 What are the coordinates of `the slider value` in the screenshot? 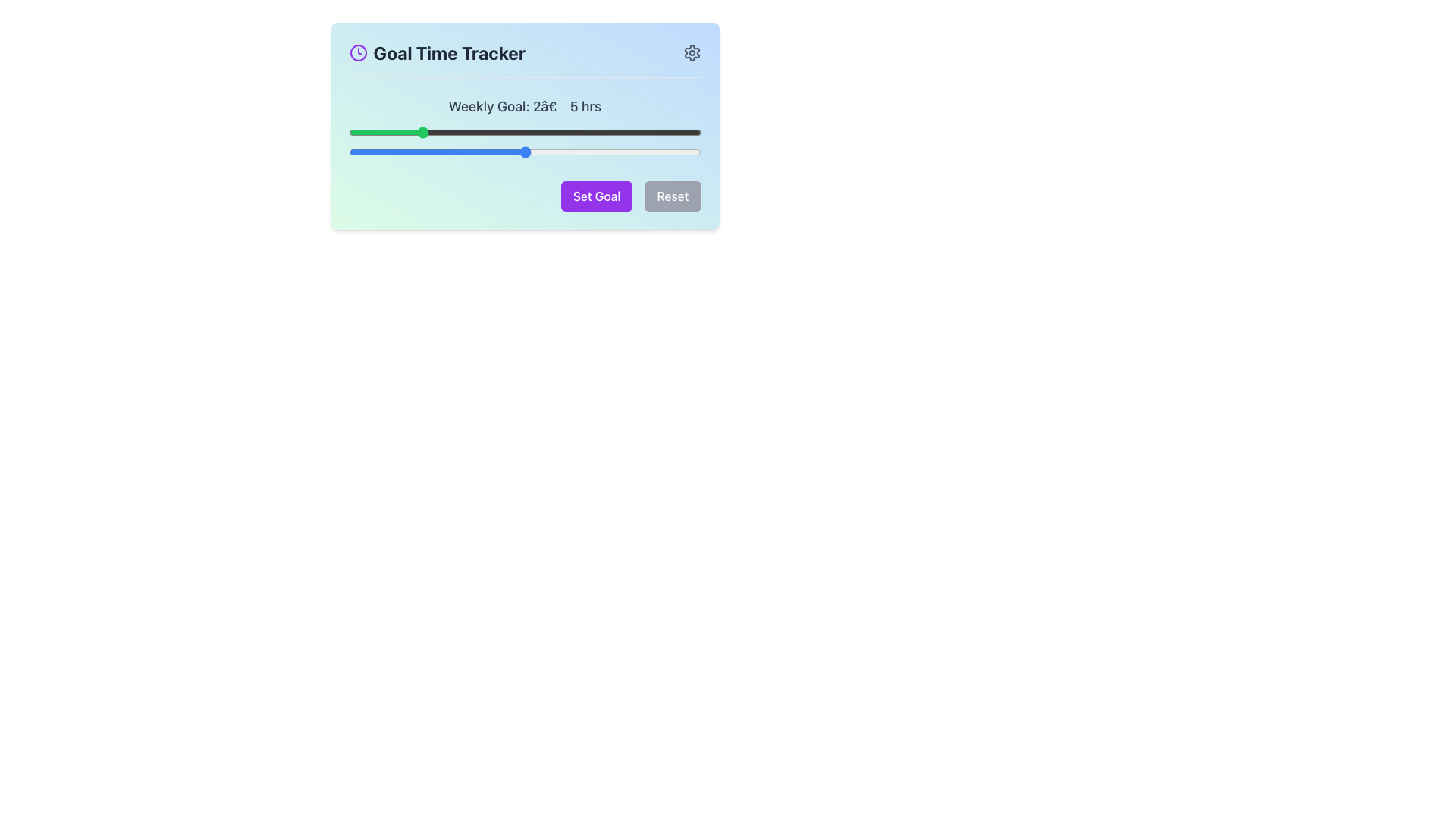 It's located at (666, 152).